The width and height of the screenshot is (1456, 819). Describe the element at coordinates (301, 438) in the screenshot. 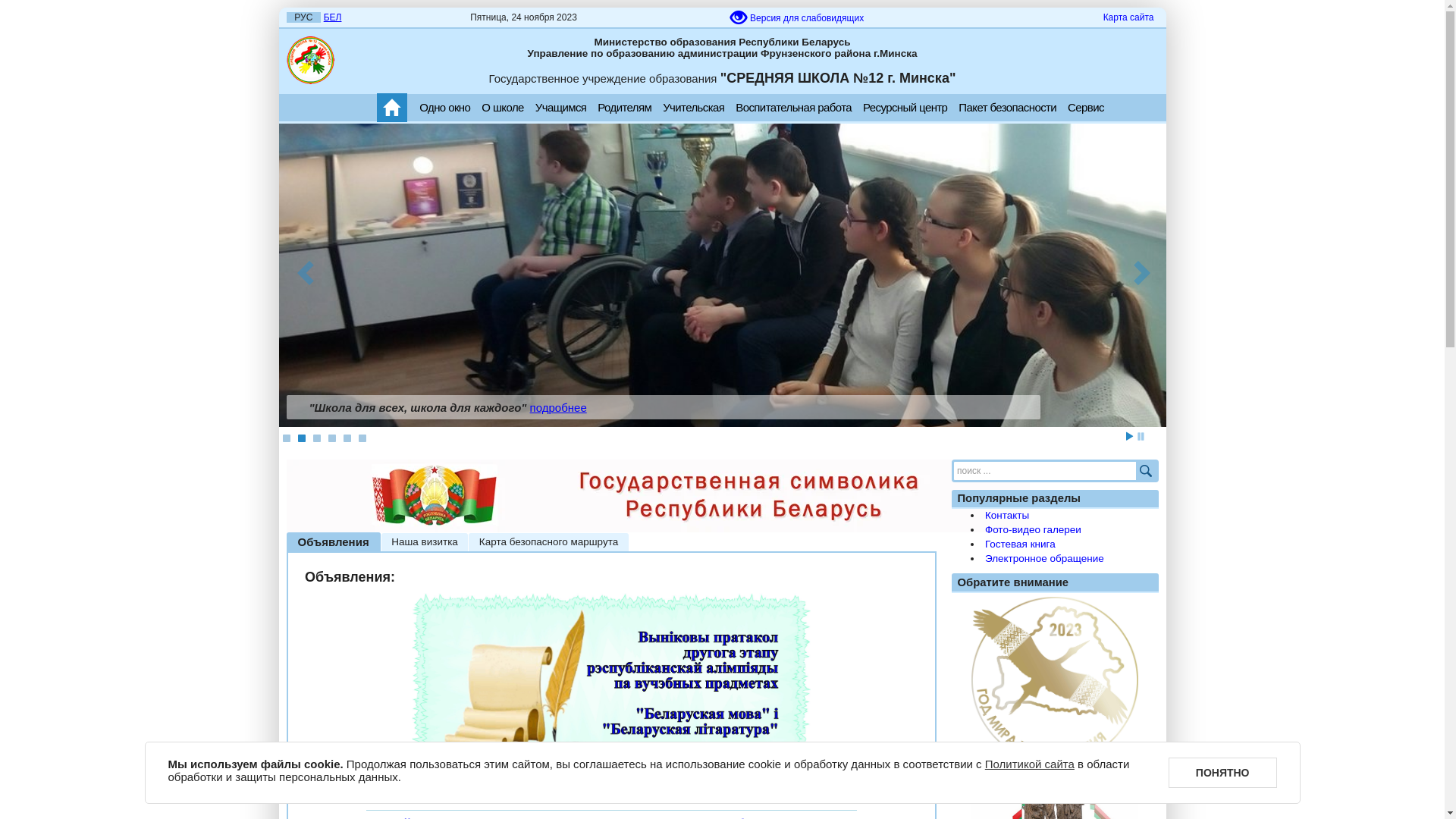

I see `'2'` at that location.